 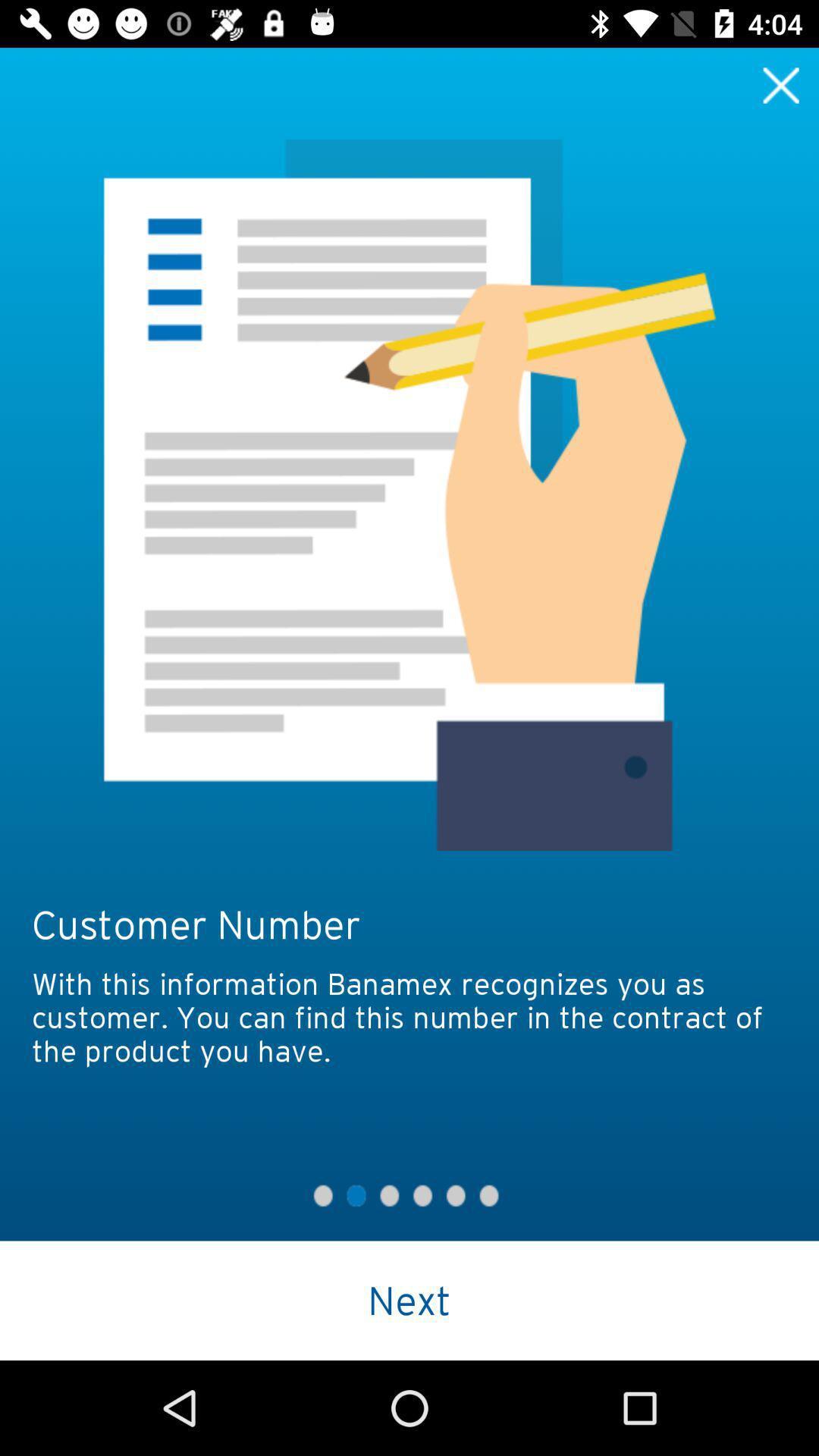 What do you see at coordinates (781, 84) in the screenshot?
I see `the app` at bounding box center [781, 84].